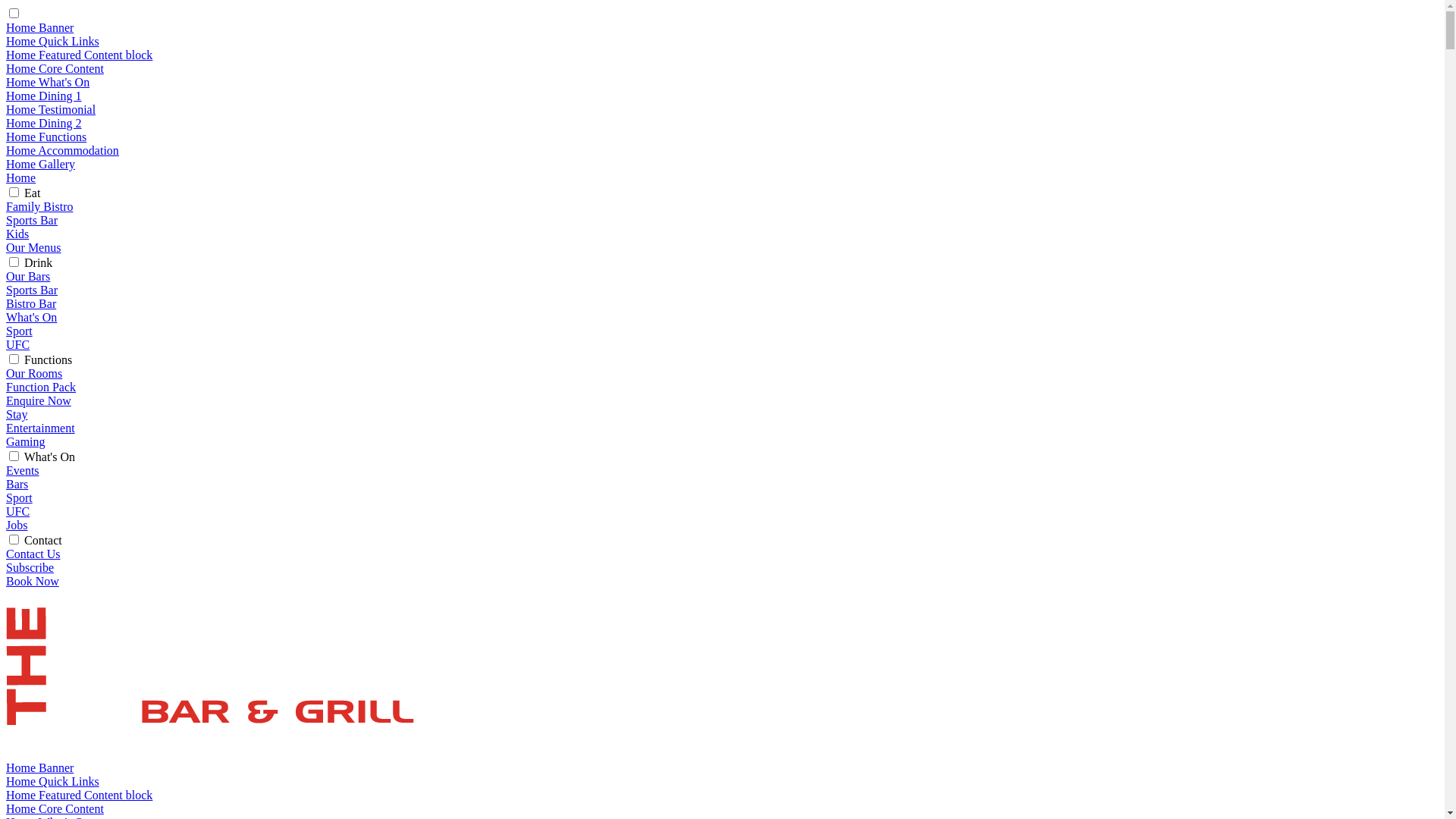  Describe the element at coordinates (40, 428) in the screenshot. I see `'Entertainment'` at that location.